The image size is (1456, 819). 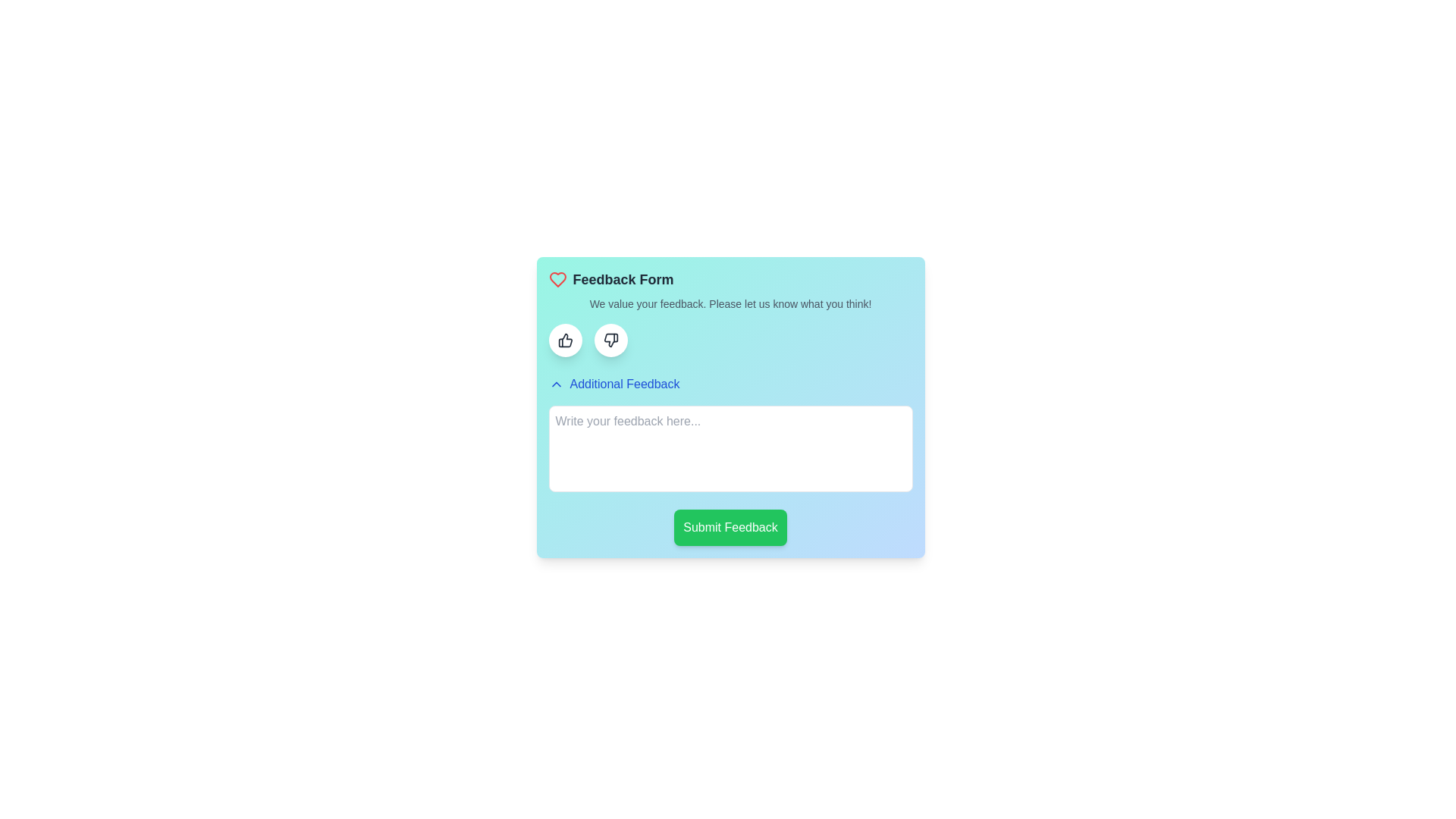 What do you see at coordinates (564, 339) in the screenshot?
I see `the thumbs-up button inside the 'Feedback Form' panel to express positive feedback` at bounding box center [564, 339].